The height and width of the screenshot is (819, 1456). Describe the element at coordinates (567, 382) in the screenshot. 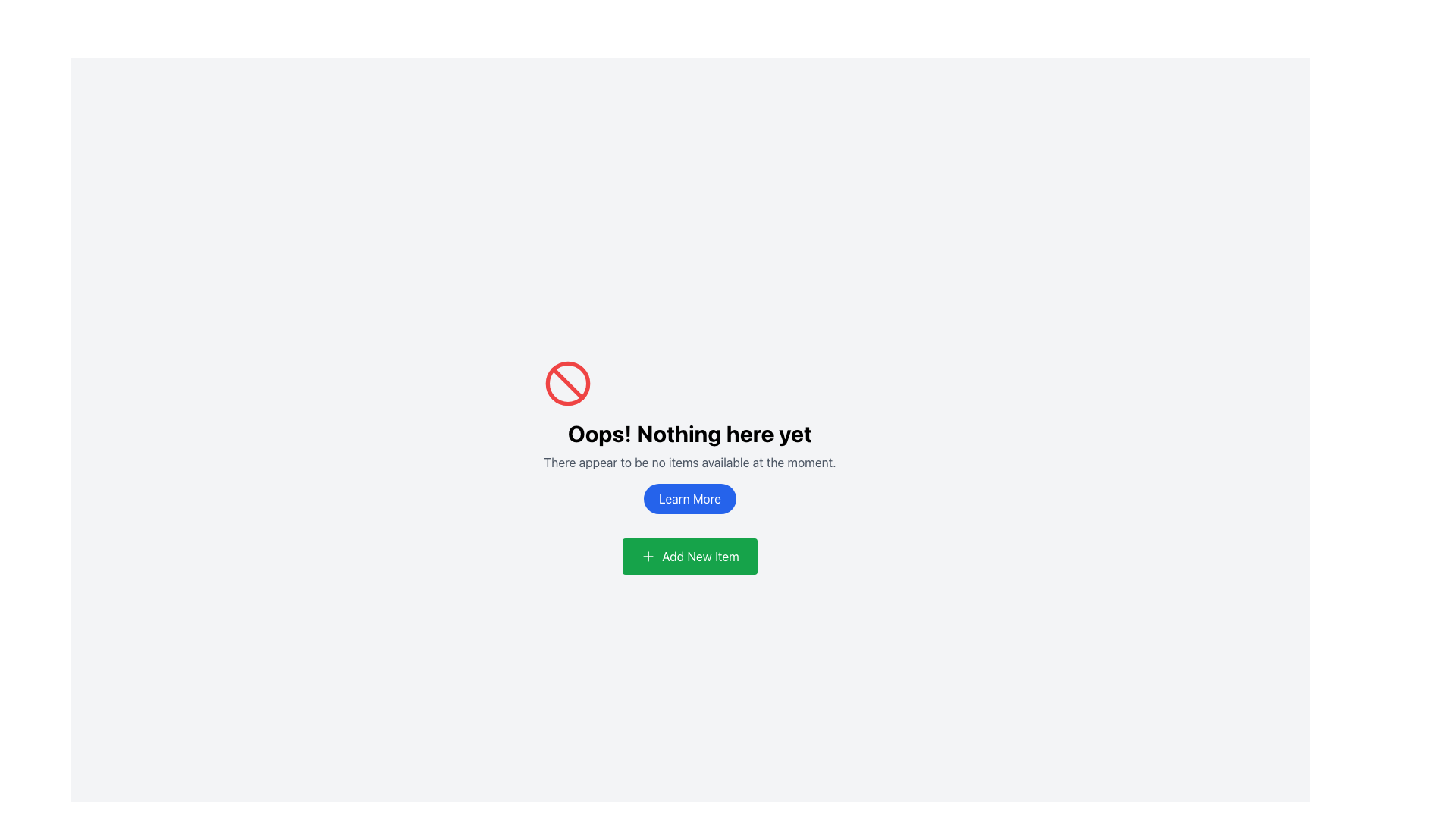

I see `the red circular prohibition symbol located at the top of the message section, above the text 'Oops! Nothing here yet'` at that location.